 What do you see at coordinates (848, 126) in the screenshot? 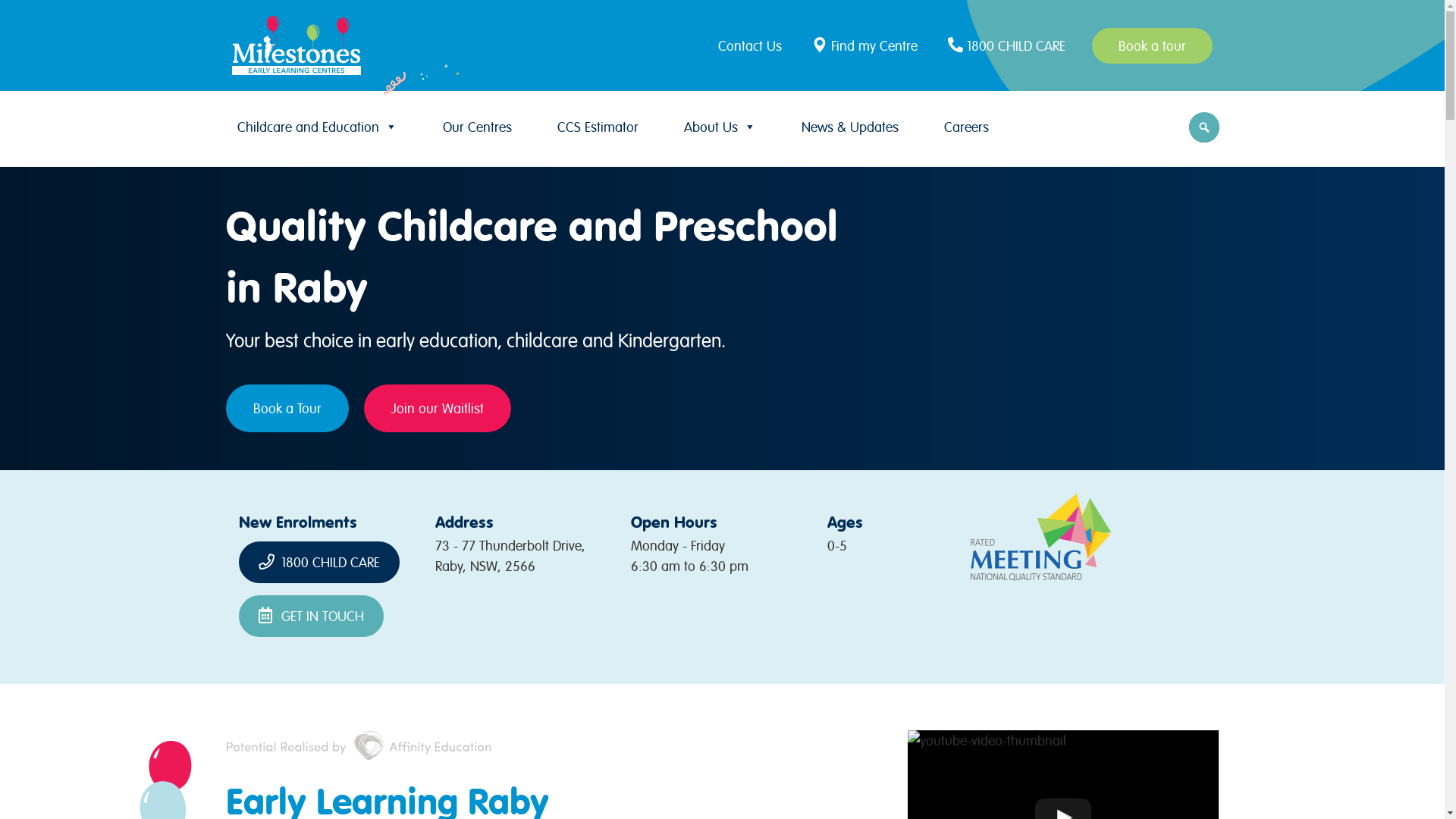
I see `'News & Updates'` at bounding box center [848, 126].